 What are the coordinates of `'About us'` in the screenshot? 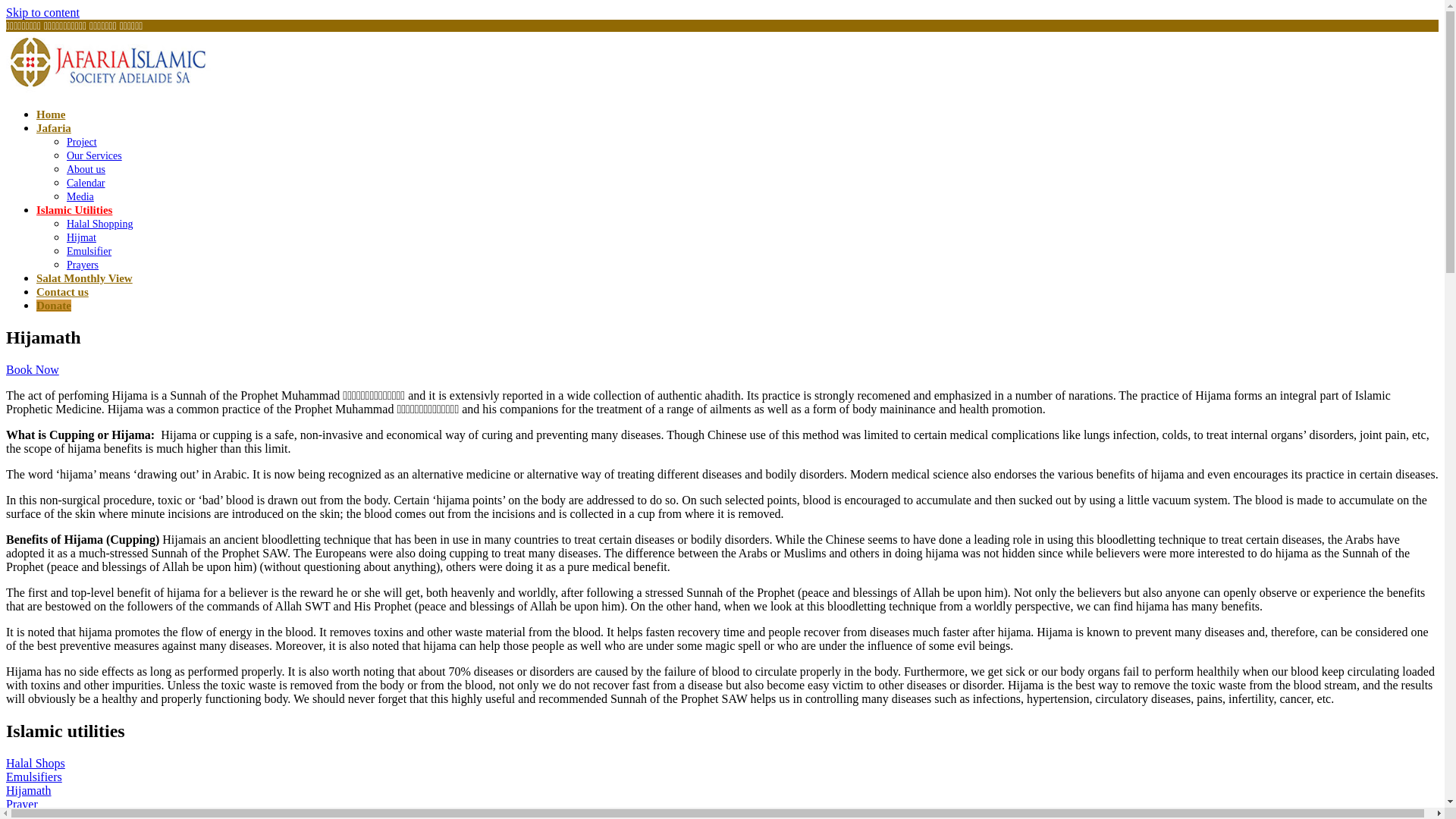 It's located at (85, 169).